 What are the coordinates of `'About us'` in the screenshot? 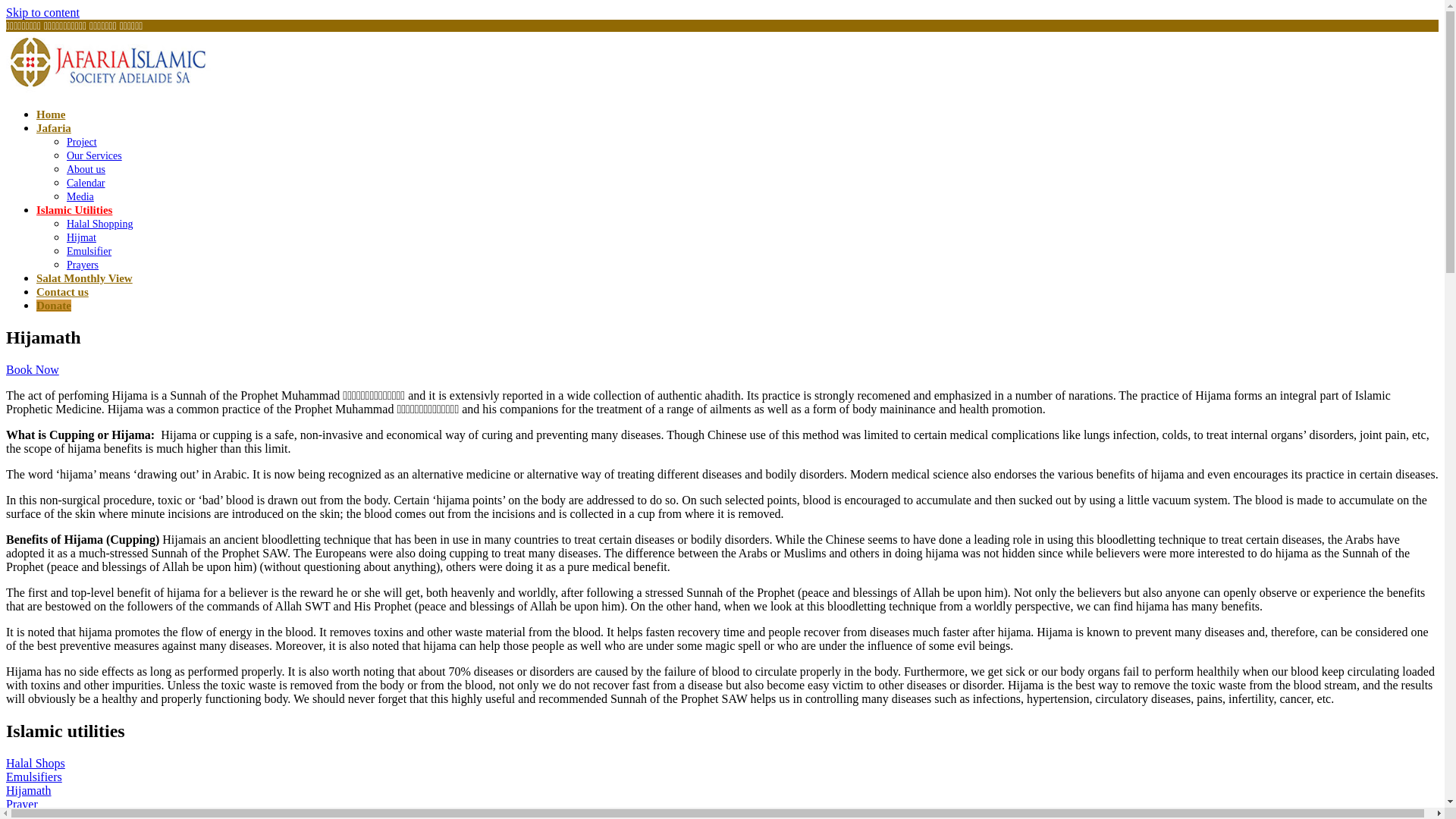 It's located at (85, 169).